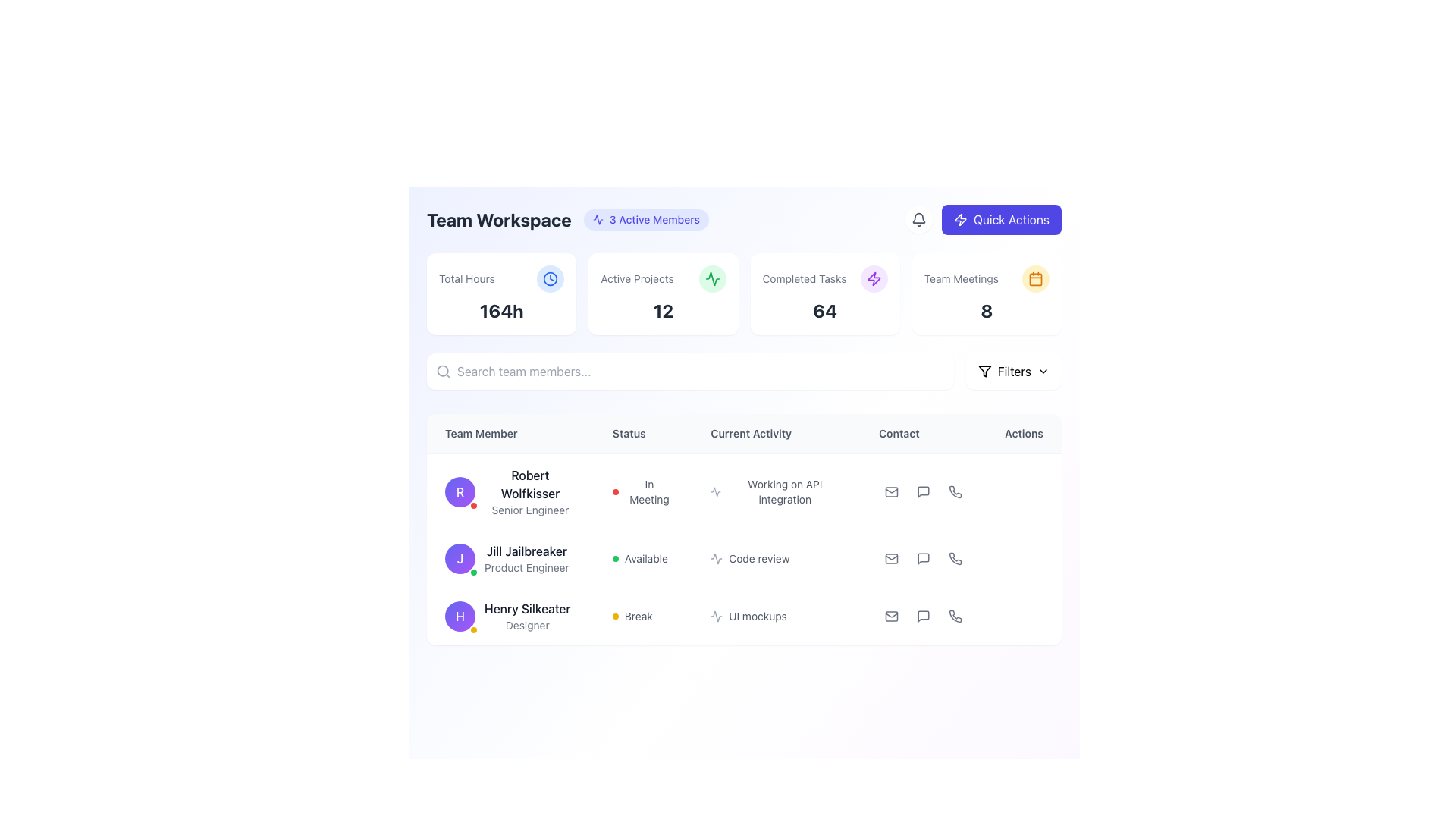 This screenshot has height=819, width=1456. What do you see at coordinates (824, 309) in the screenshot?
I see `the static text component displaying the count of completed tasks, which is located below the 'Completed Tasks' label in the top-center section of the interface` at bounding box center [824, 309].